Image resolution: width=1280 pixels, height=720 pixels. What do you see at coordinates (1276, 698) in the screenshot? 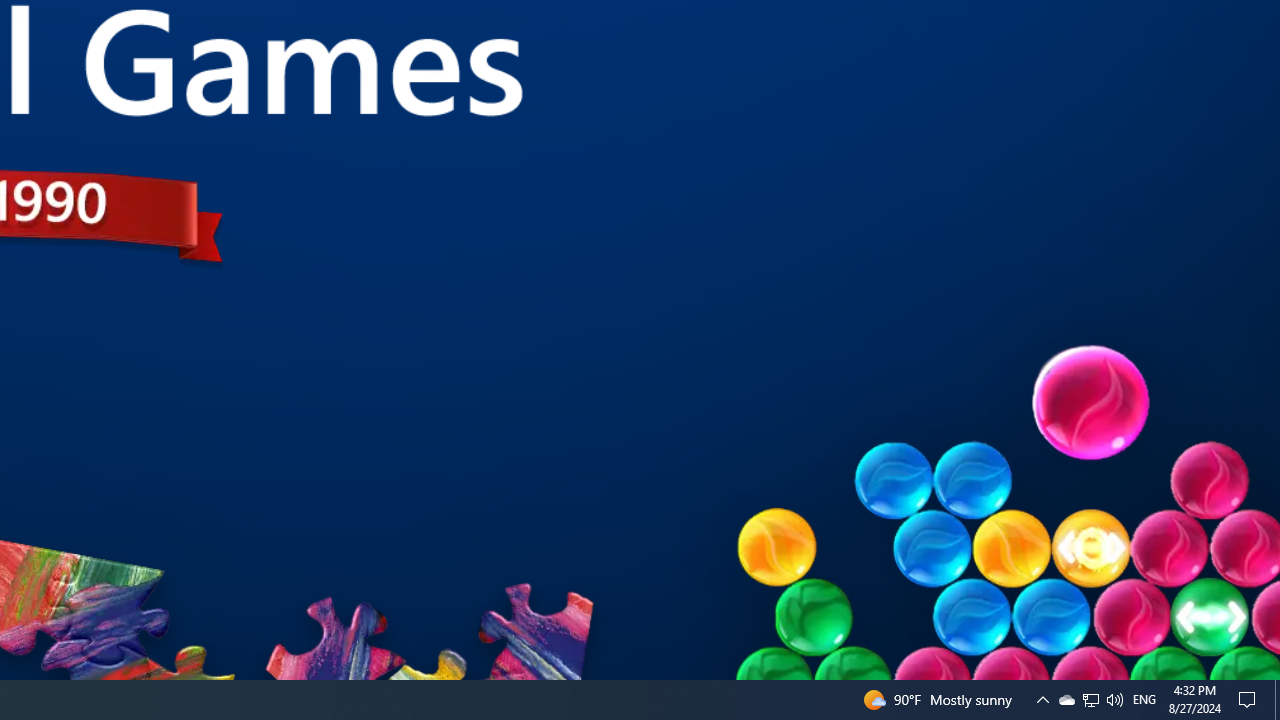
I see `'Show desktop'` at bounding box center [1276, 698].